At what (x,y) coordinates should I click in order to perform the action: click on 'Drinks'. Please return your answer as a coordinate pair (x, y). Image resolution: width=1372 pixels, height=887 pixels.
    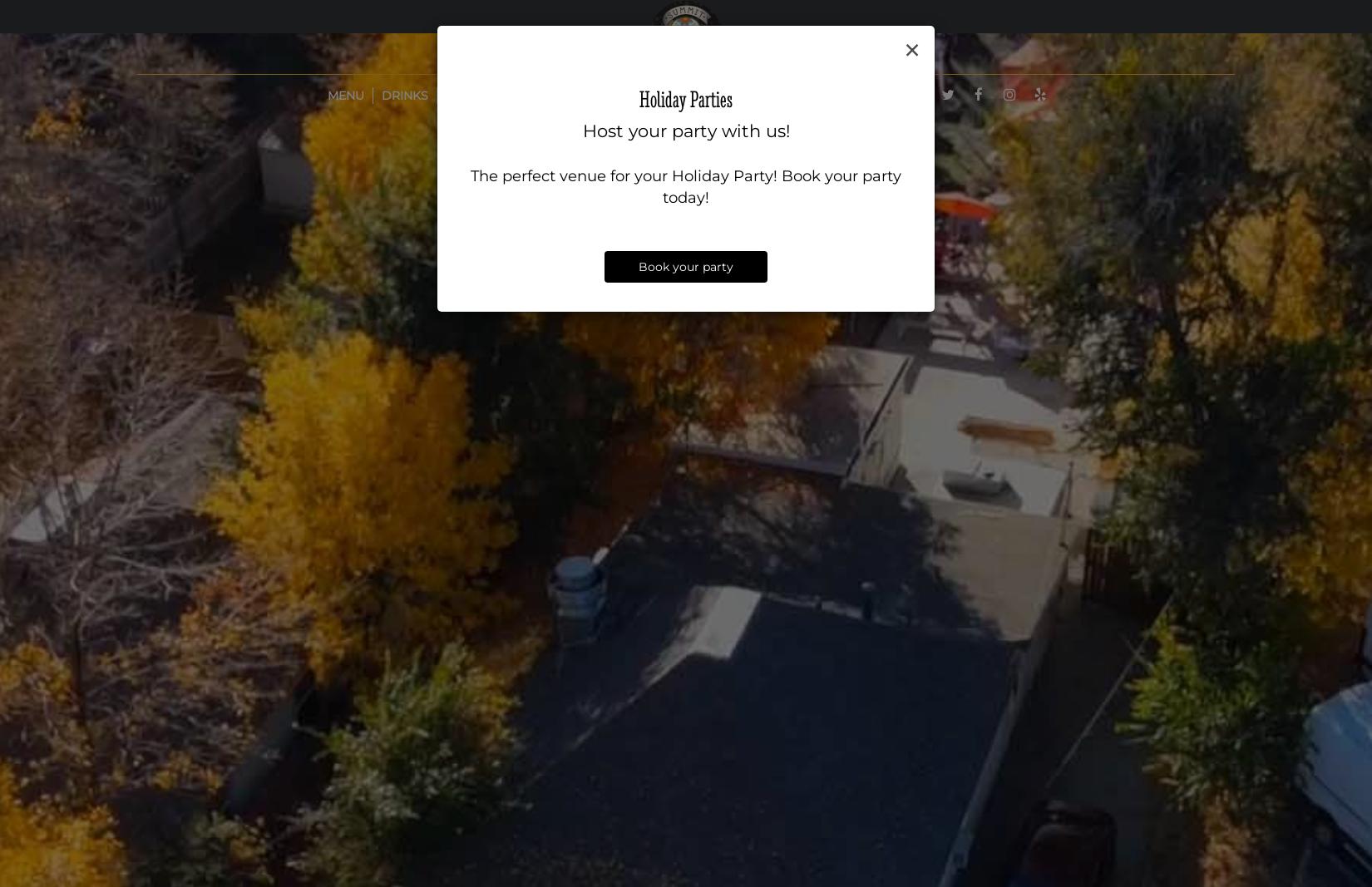
    Looking at the image, I should click on (402, 95).